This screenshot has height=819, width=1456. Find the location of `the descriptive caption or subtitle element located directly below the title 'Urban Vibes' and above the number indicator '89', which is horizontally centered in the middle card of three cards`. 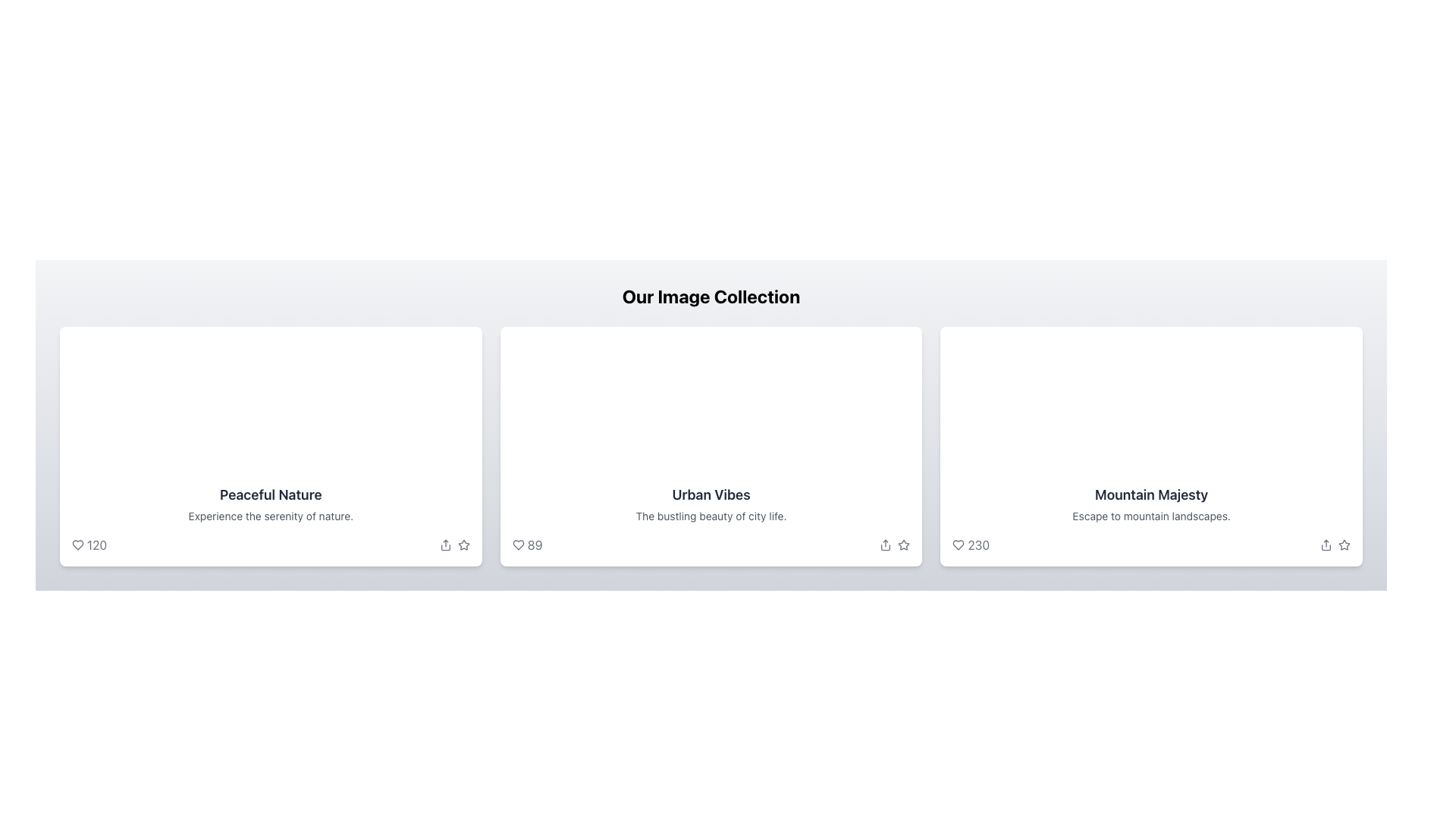

the descriptive caption or subtitle element located directly below the title 'Urban Vibes' and above the number indicator '89', which is horizontally centered in the middle card of three cards is located at coordinates (710, 516).